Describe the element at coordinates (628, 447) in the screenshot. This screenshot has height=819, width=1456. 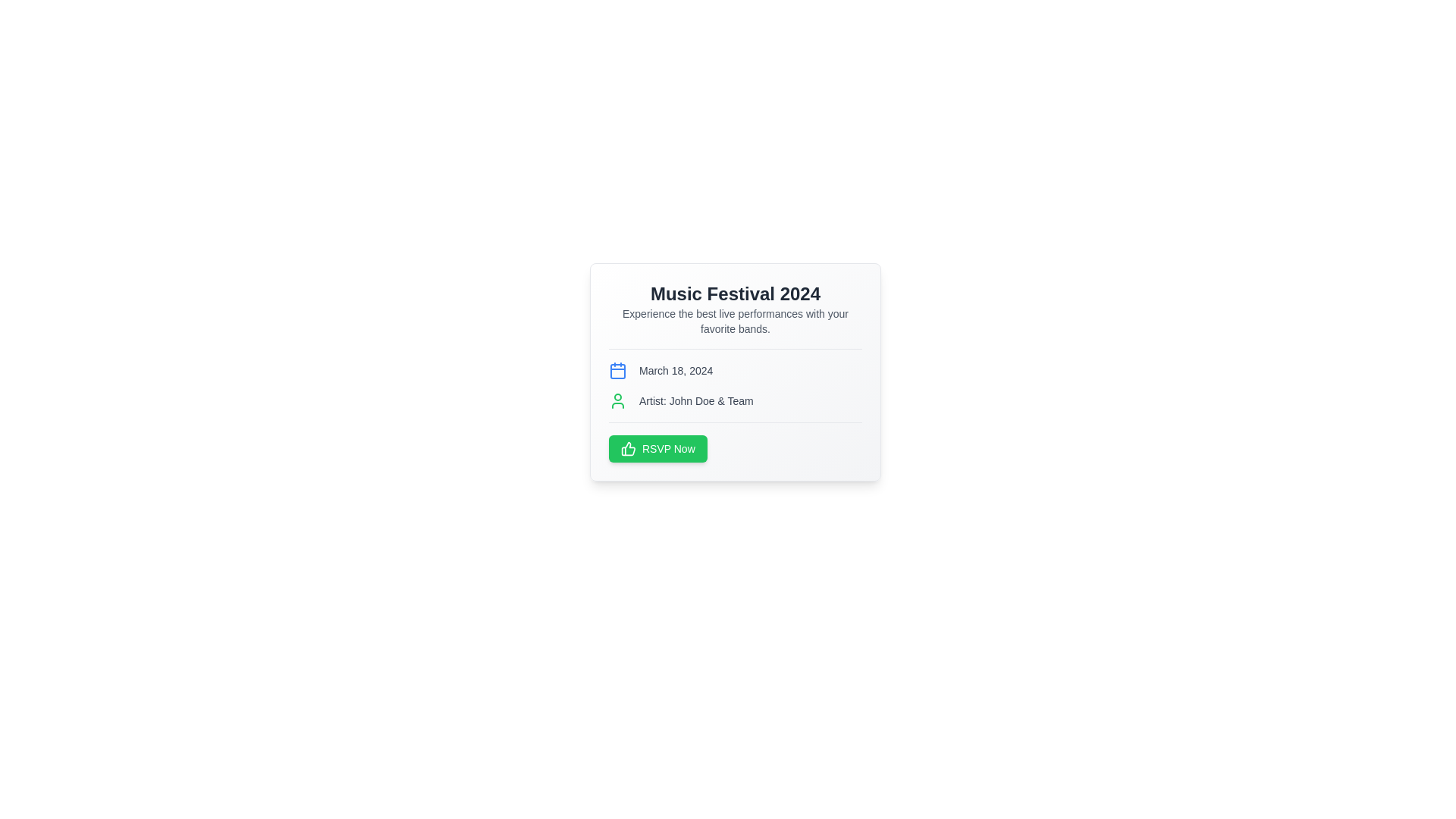
I see `the approval icon located near the center-right of the layout` at that location.